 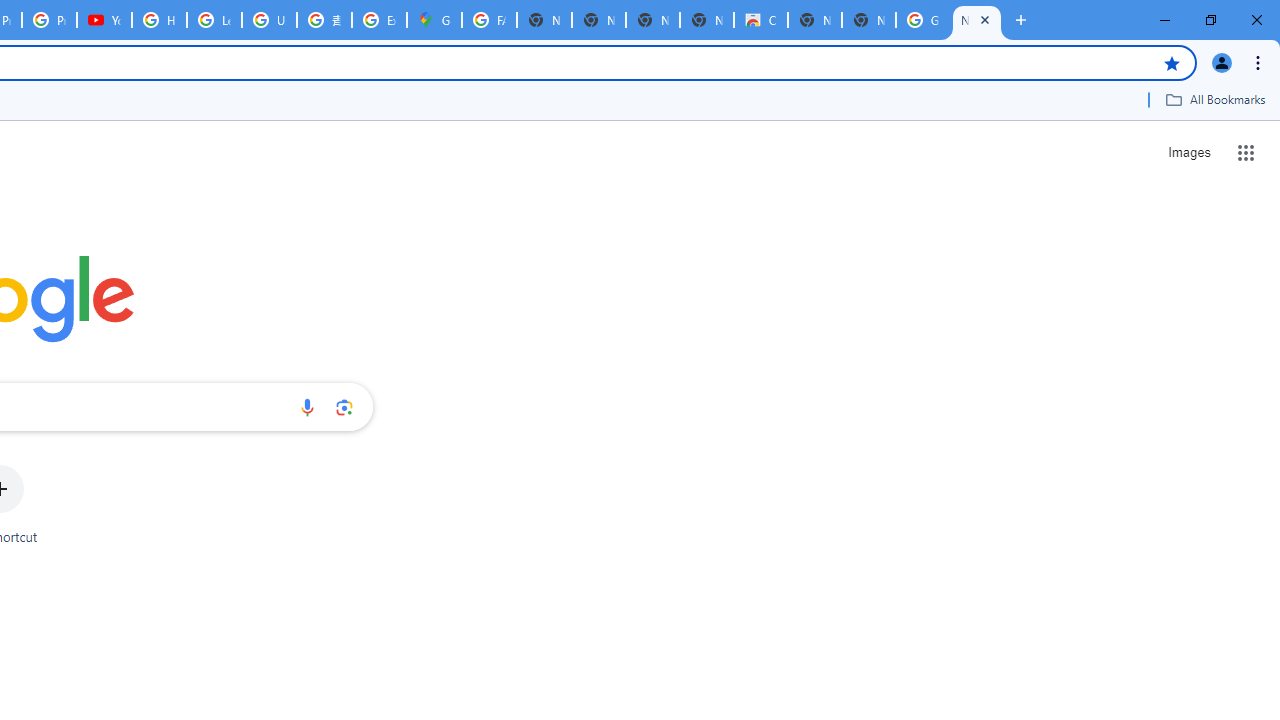 I want to click on 'Search by voice', so click(x=306, y=406).